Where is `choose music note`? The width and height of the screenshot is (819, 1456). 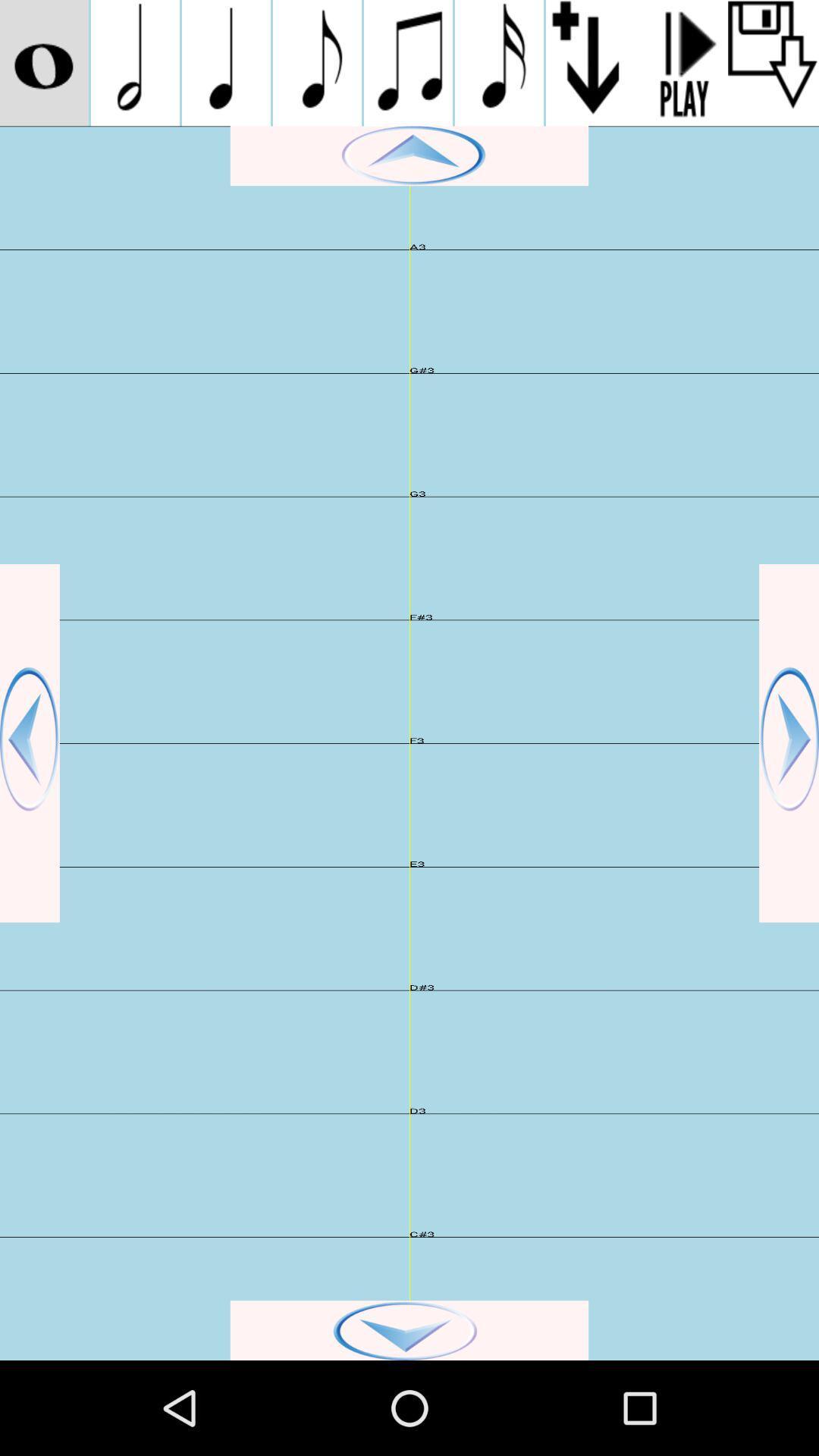
choose music note is located at coordinates (316, 62).